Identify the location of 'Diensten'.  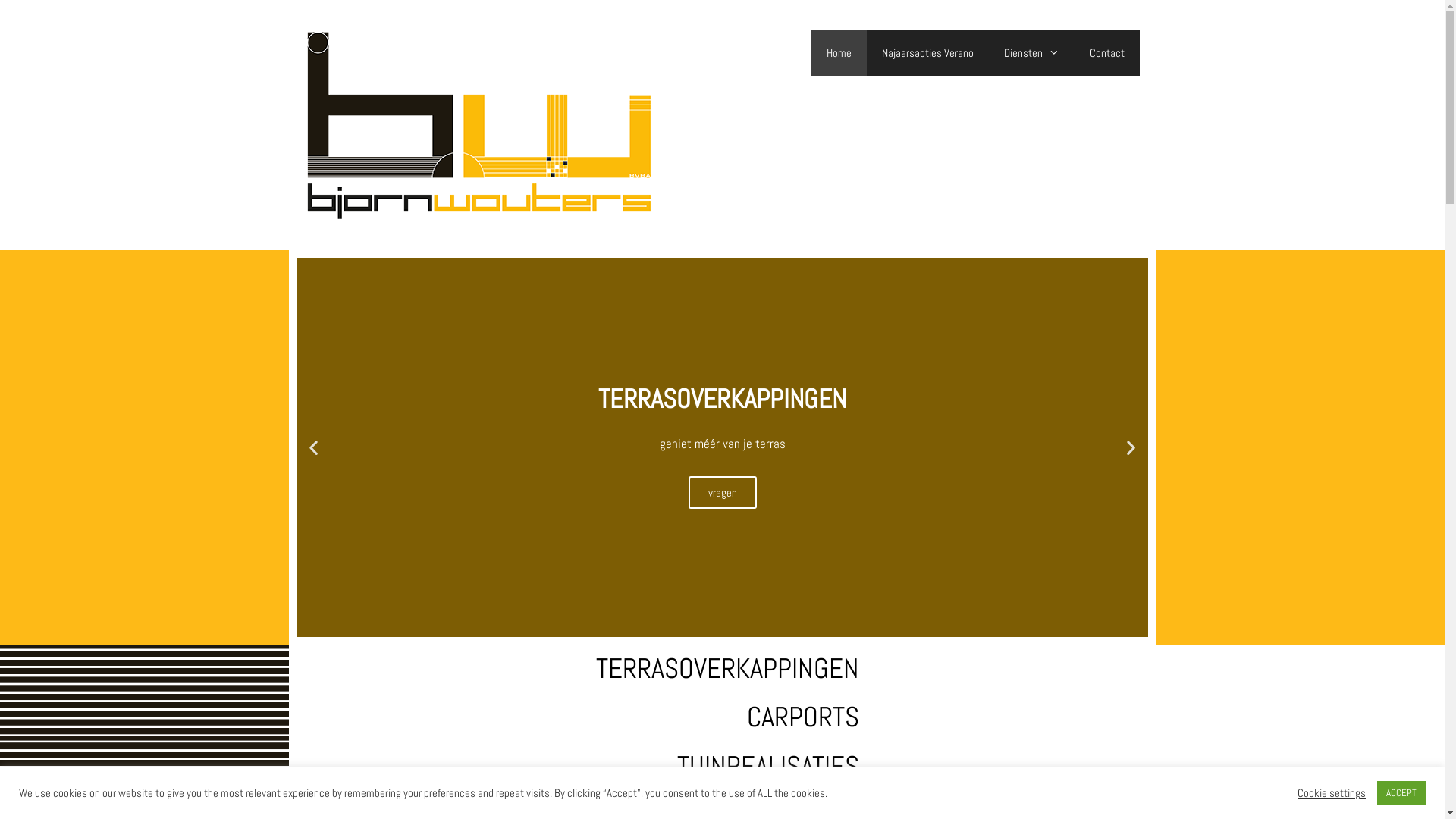
(989, 52).